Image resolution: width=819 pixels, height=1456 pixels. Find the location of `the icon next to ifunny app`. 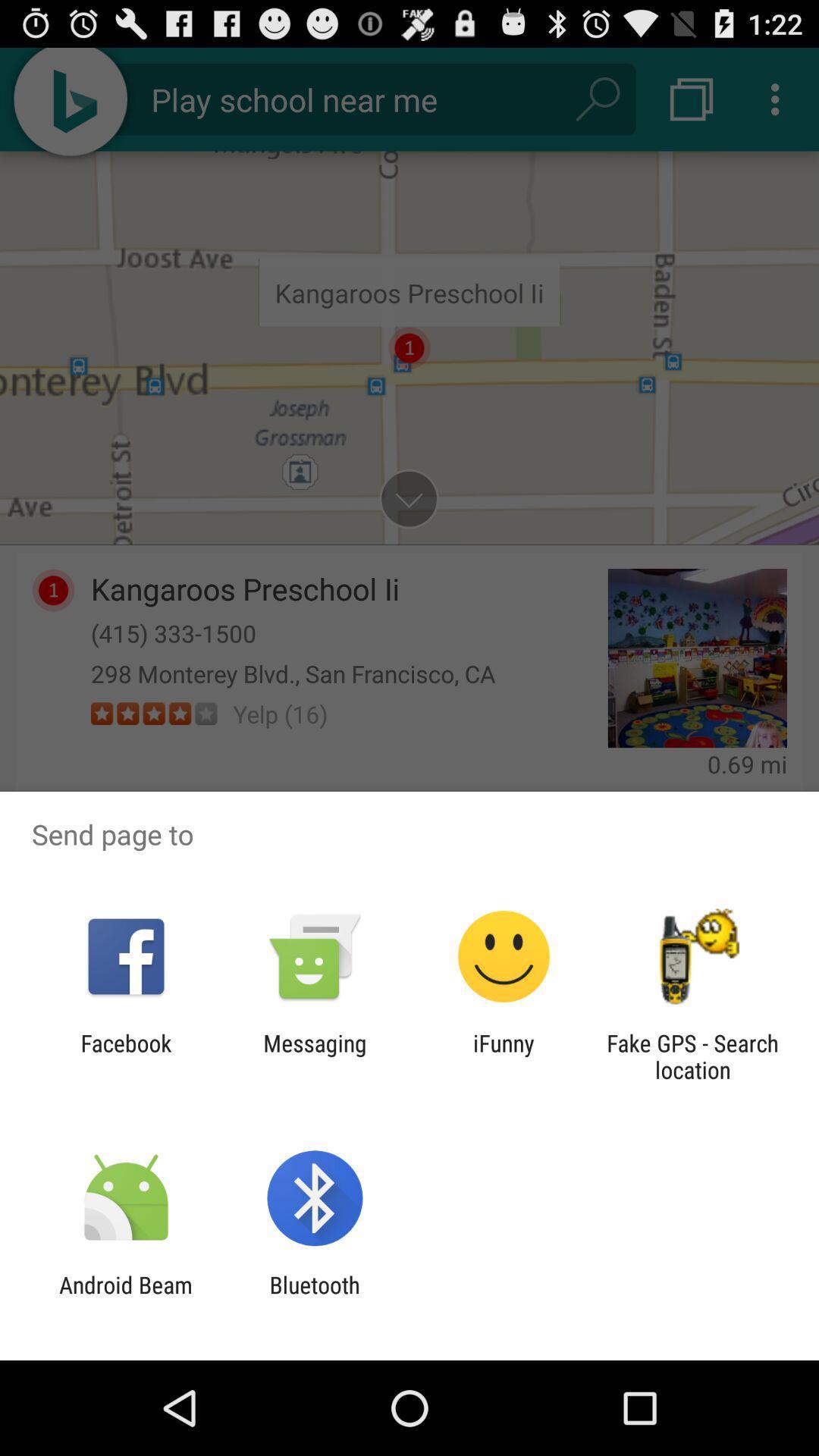

the icon next to ifunny app is located at coordinates (314, 1056).